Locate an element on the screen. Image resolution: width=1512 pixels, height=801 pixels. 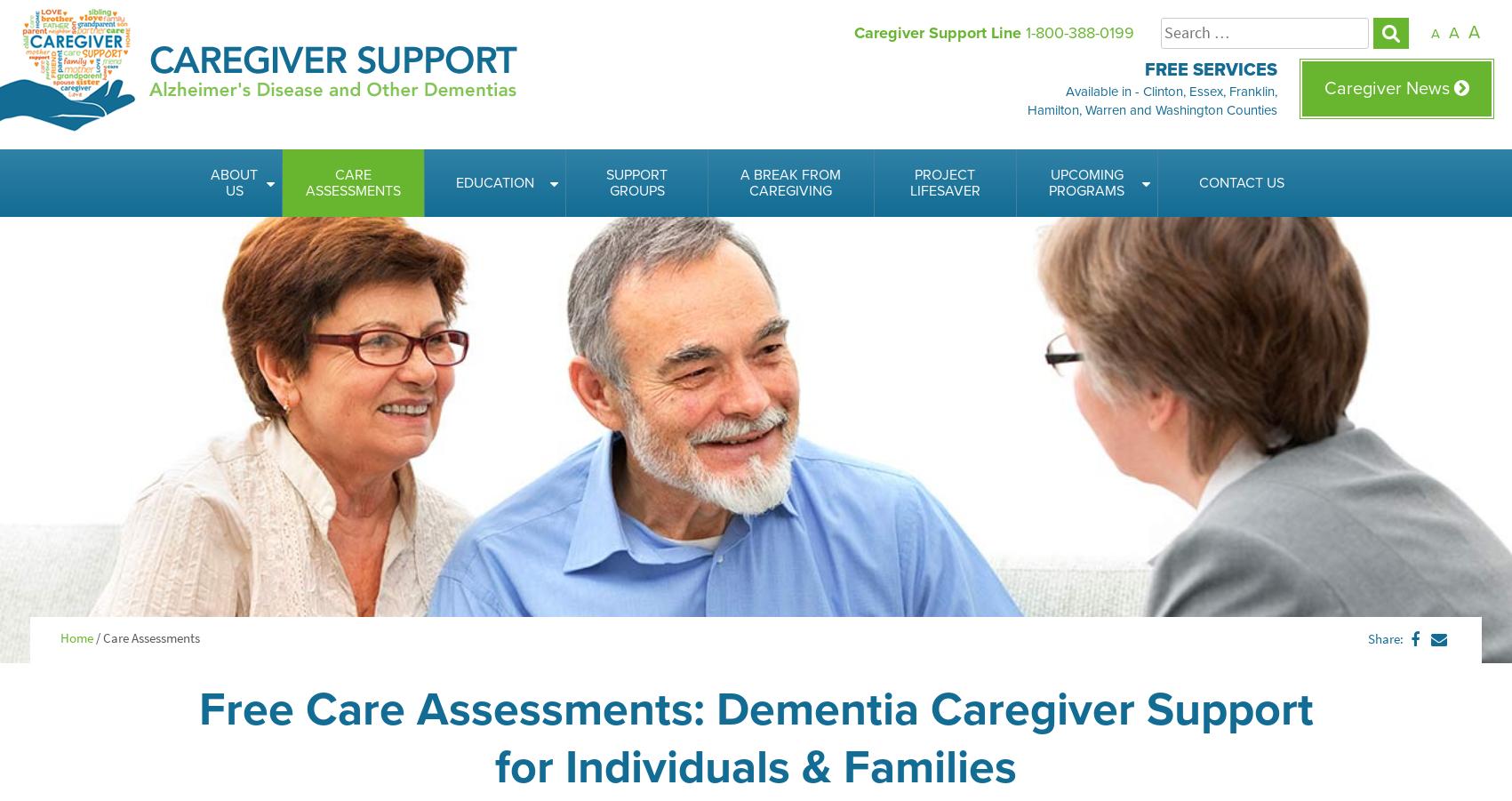
'About Us' is located at coordinates (234, 181).